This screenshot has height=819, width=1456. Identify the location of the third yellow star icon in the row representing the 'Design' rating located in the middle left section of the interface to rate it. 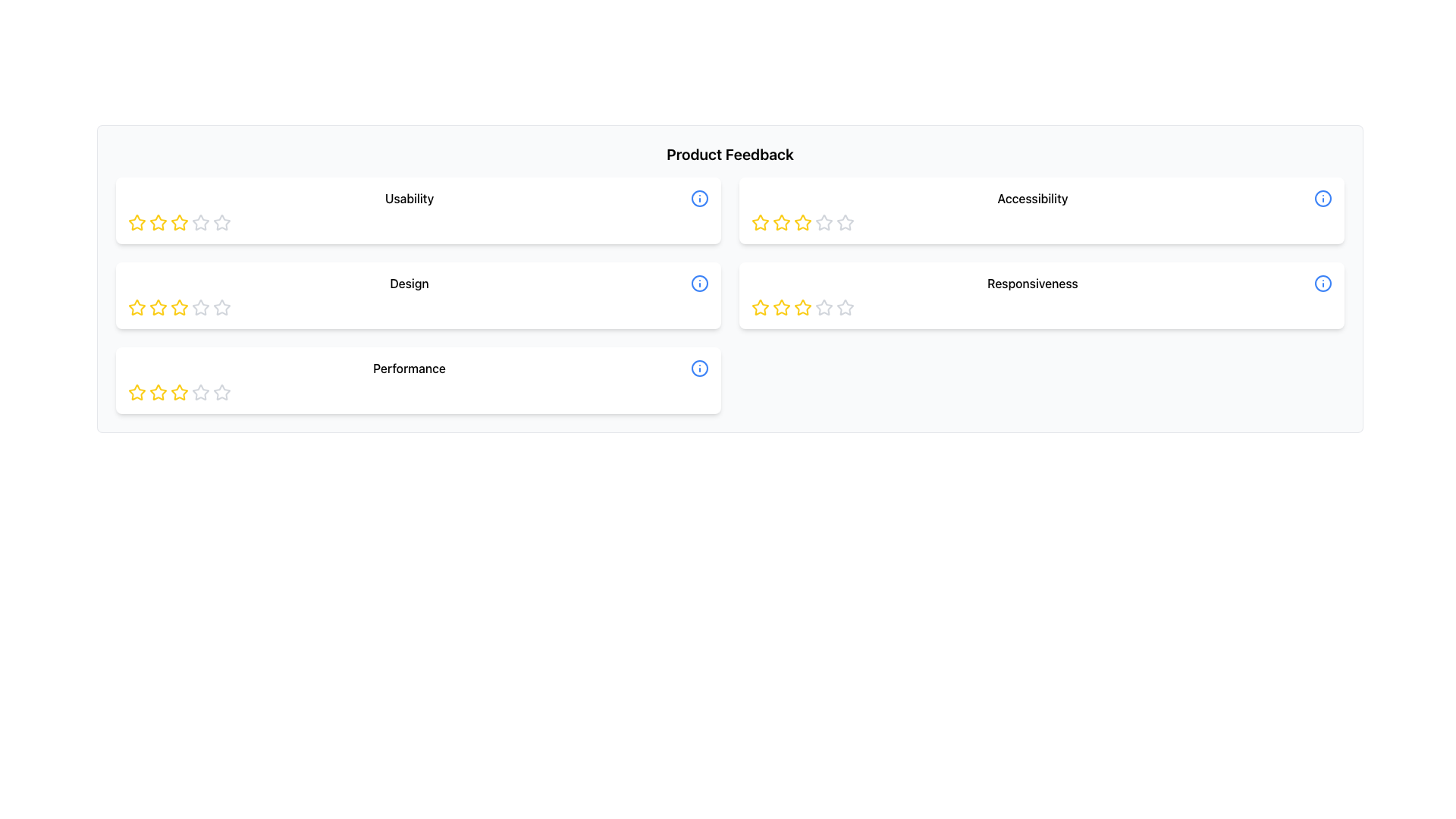
(158, 307).